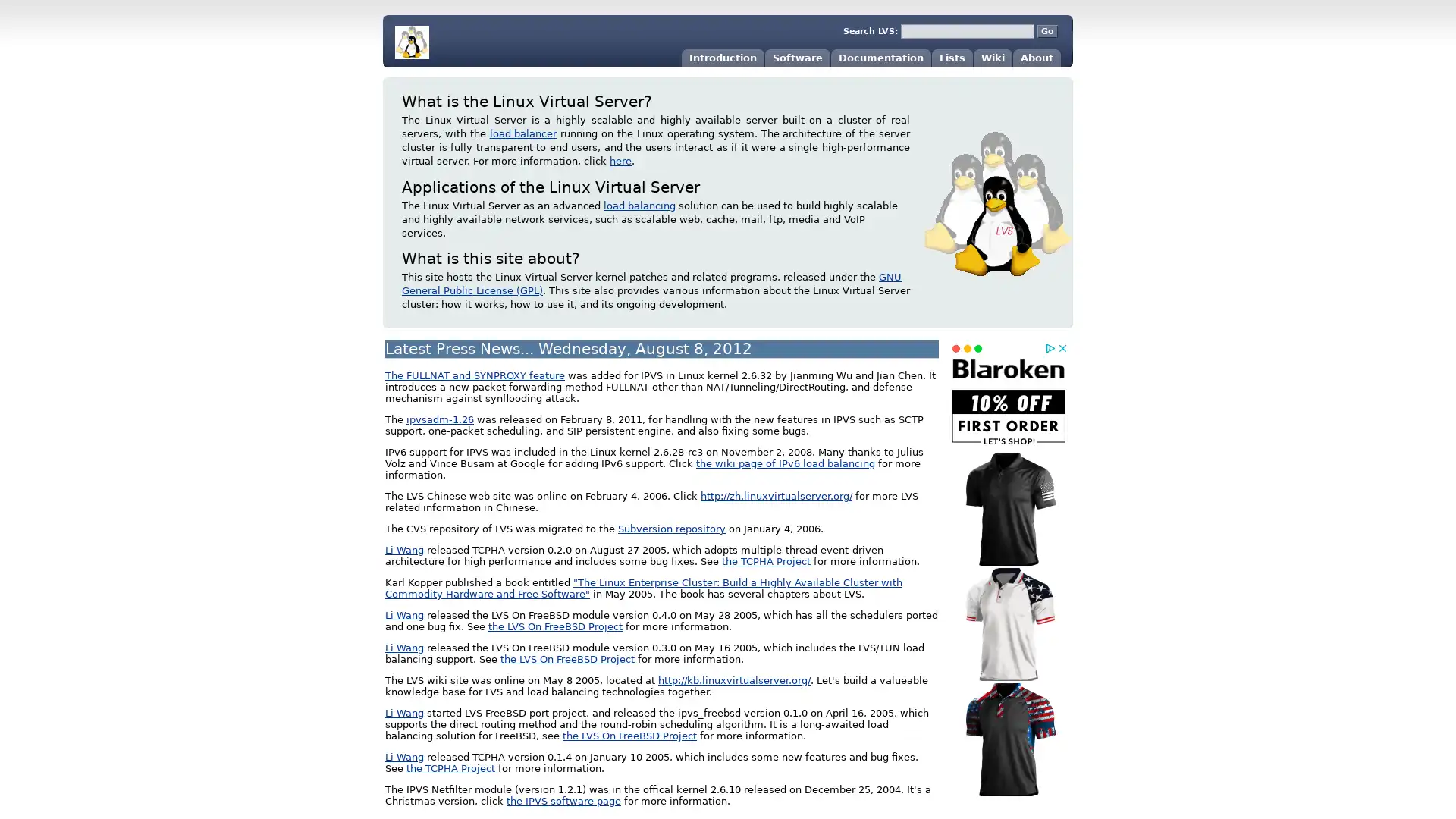 This screenshot has height=819, width=1456. What do you see at coordinates (1046, 31) in the screenshot?
I see `Go` at bounding box center [1046, 31].